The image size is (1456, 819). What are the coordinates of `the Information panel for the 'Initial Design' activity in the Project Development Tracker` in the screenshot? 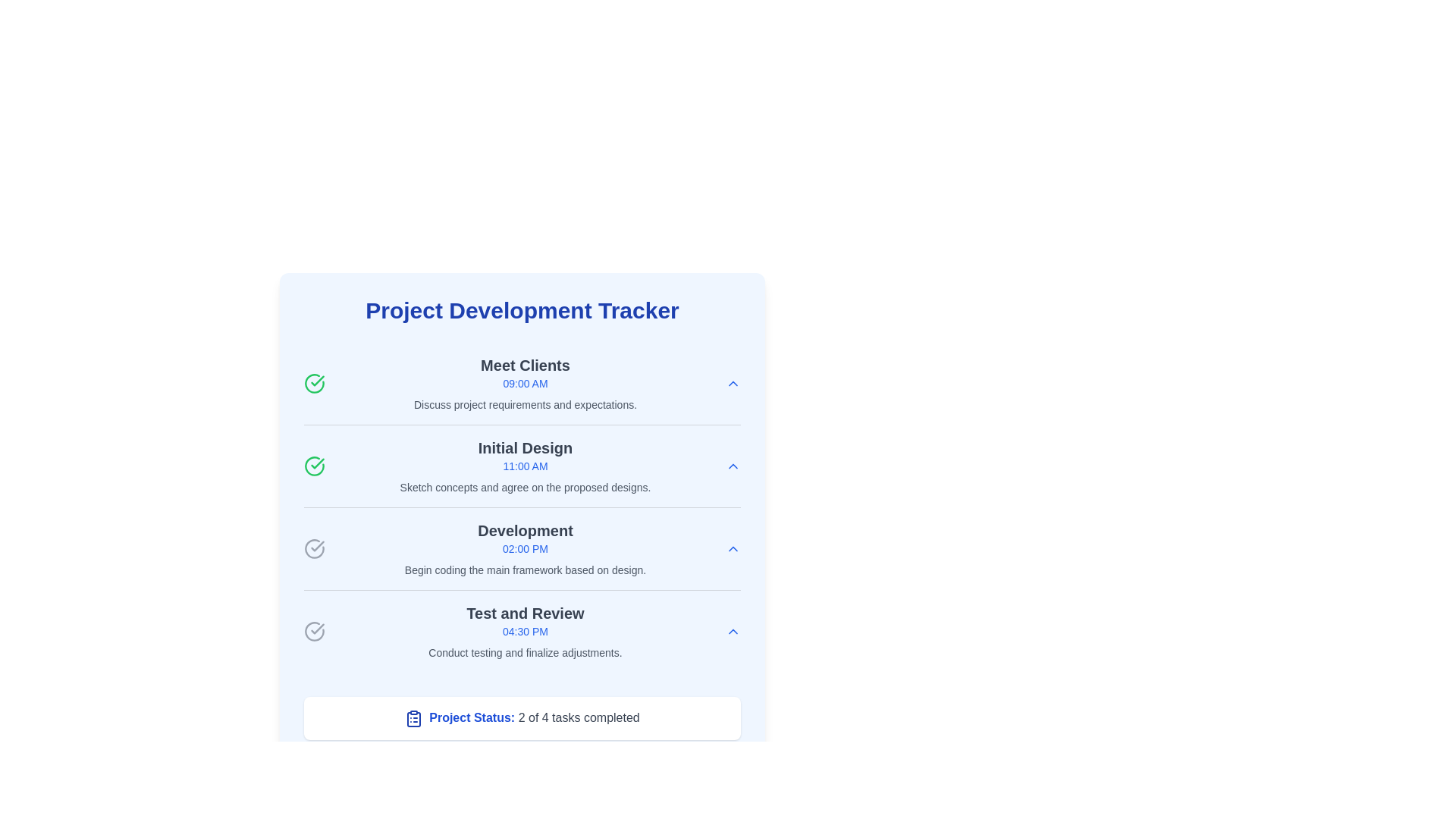 It's located at (525, 465).